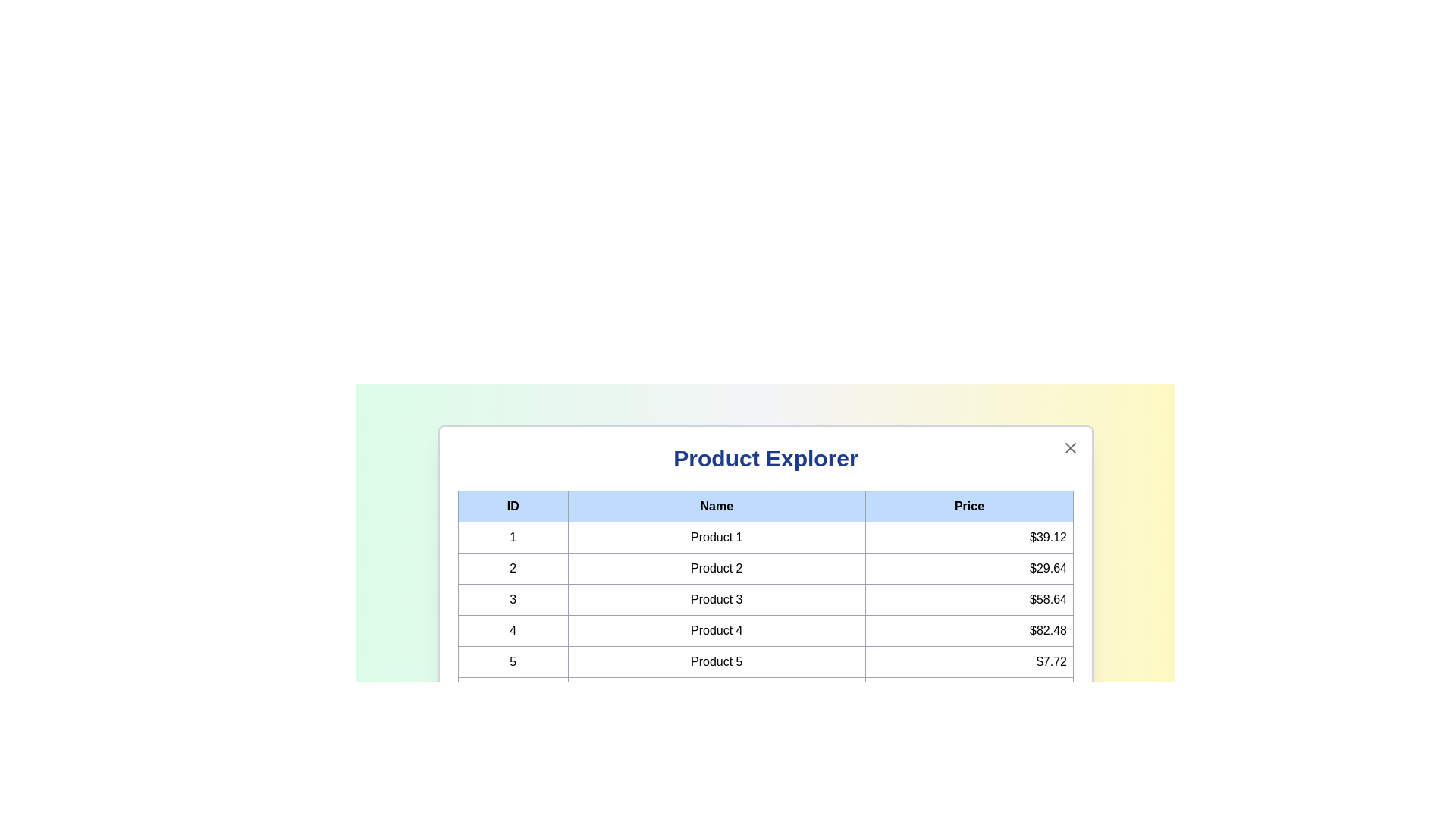 The height and width of the screenshot is (819, 1456). I want to click on the column header Name to sort the table by that column, so click(716, 506).